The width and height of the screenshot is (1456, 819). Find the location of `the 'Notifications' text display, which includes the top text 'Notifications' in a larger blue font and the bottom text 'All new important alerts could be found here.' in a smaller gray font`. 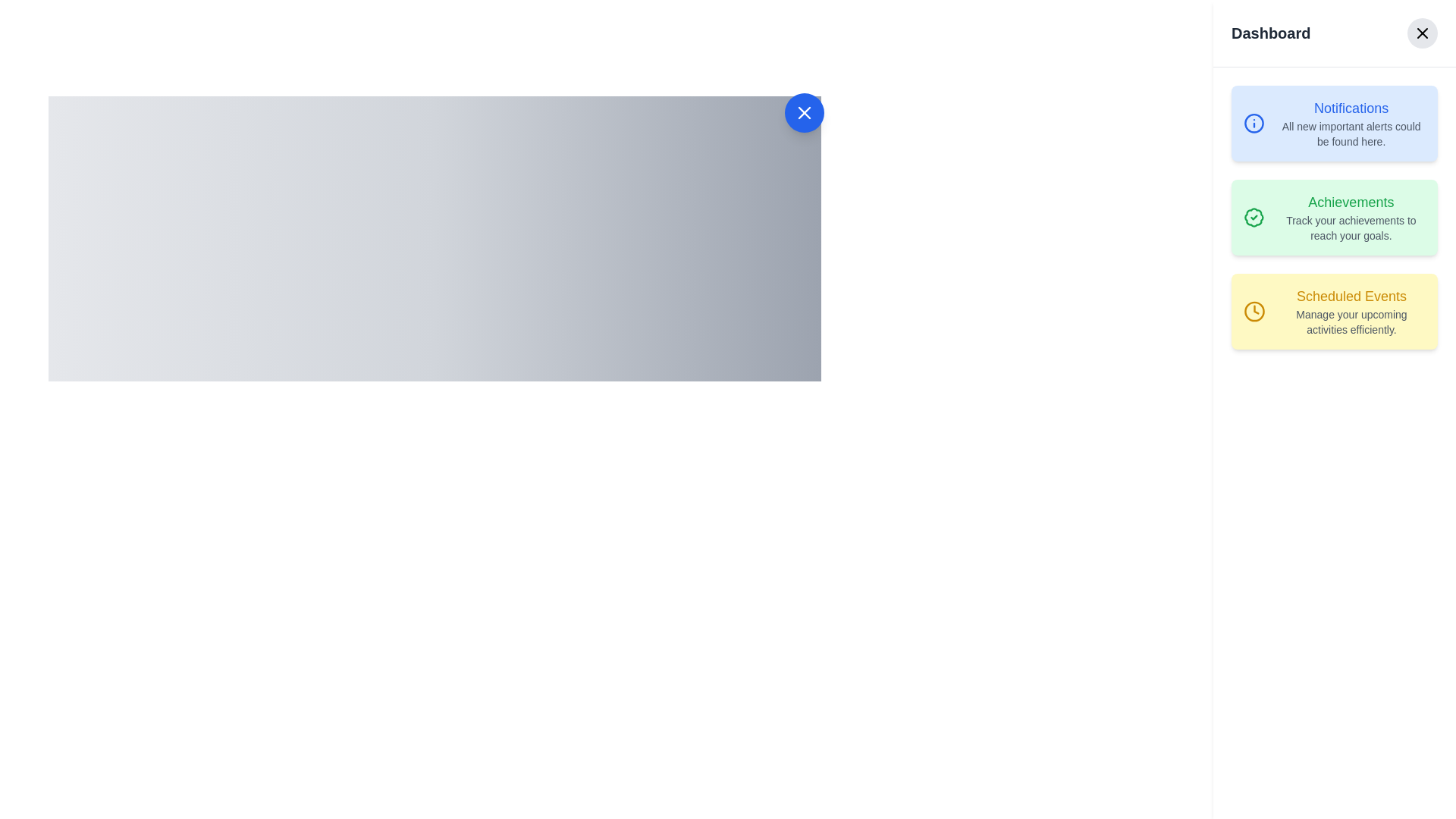

the 'Notifications' text display, which includes the top text 'Notifications' in a larger blue font and the bottom text 'All new important alerts could be found here.' in a smaller gray font is located at coordinates (1351, 122).